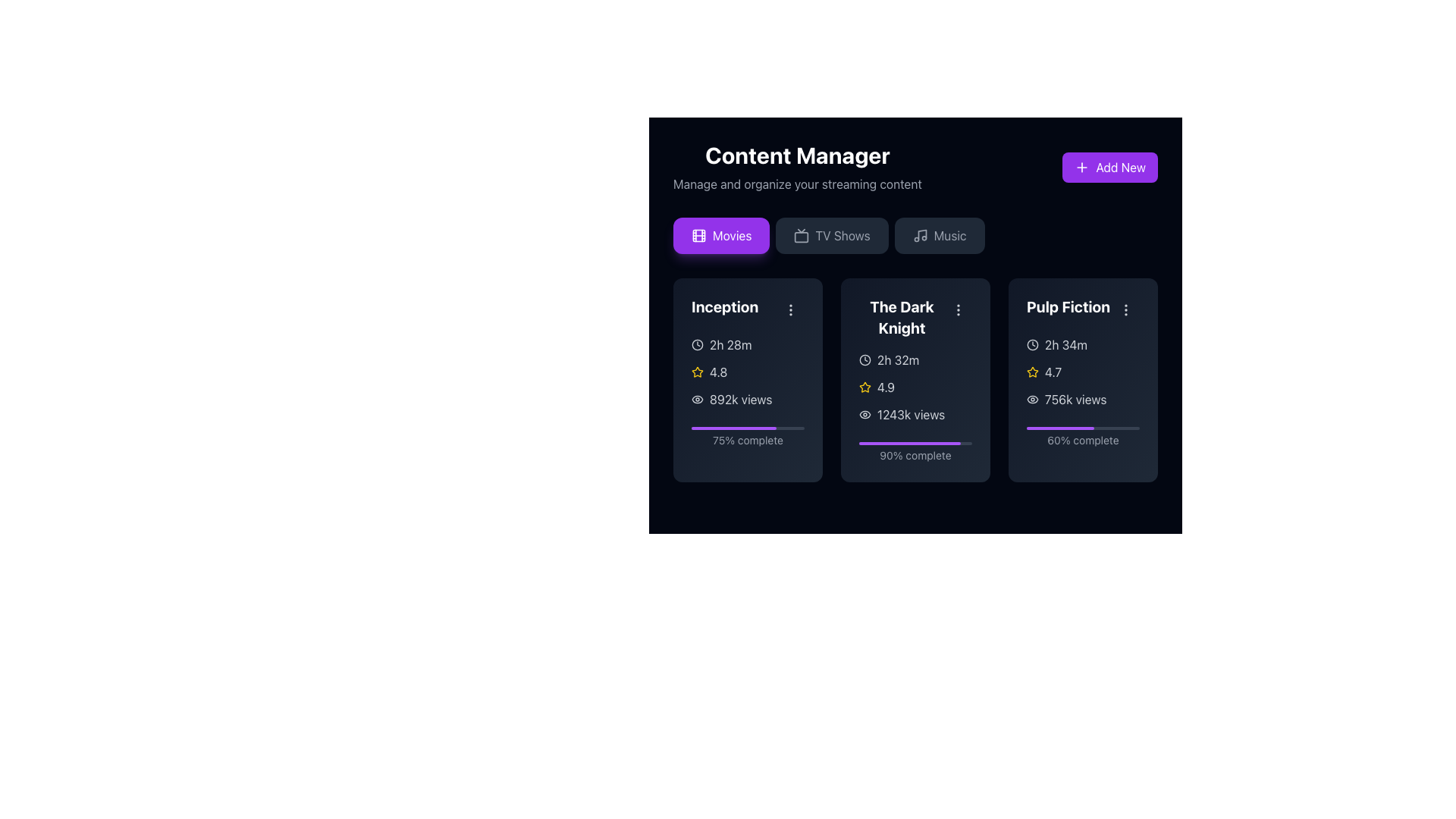 The height and width of the screenshot is (819, 1456). I want to click on the menu trigger button located at the top-right part of the 'Pulp Fiction' card for keyboard navigation, so click(1125, 309).